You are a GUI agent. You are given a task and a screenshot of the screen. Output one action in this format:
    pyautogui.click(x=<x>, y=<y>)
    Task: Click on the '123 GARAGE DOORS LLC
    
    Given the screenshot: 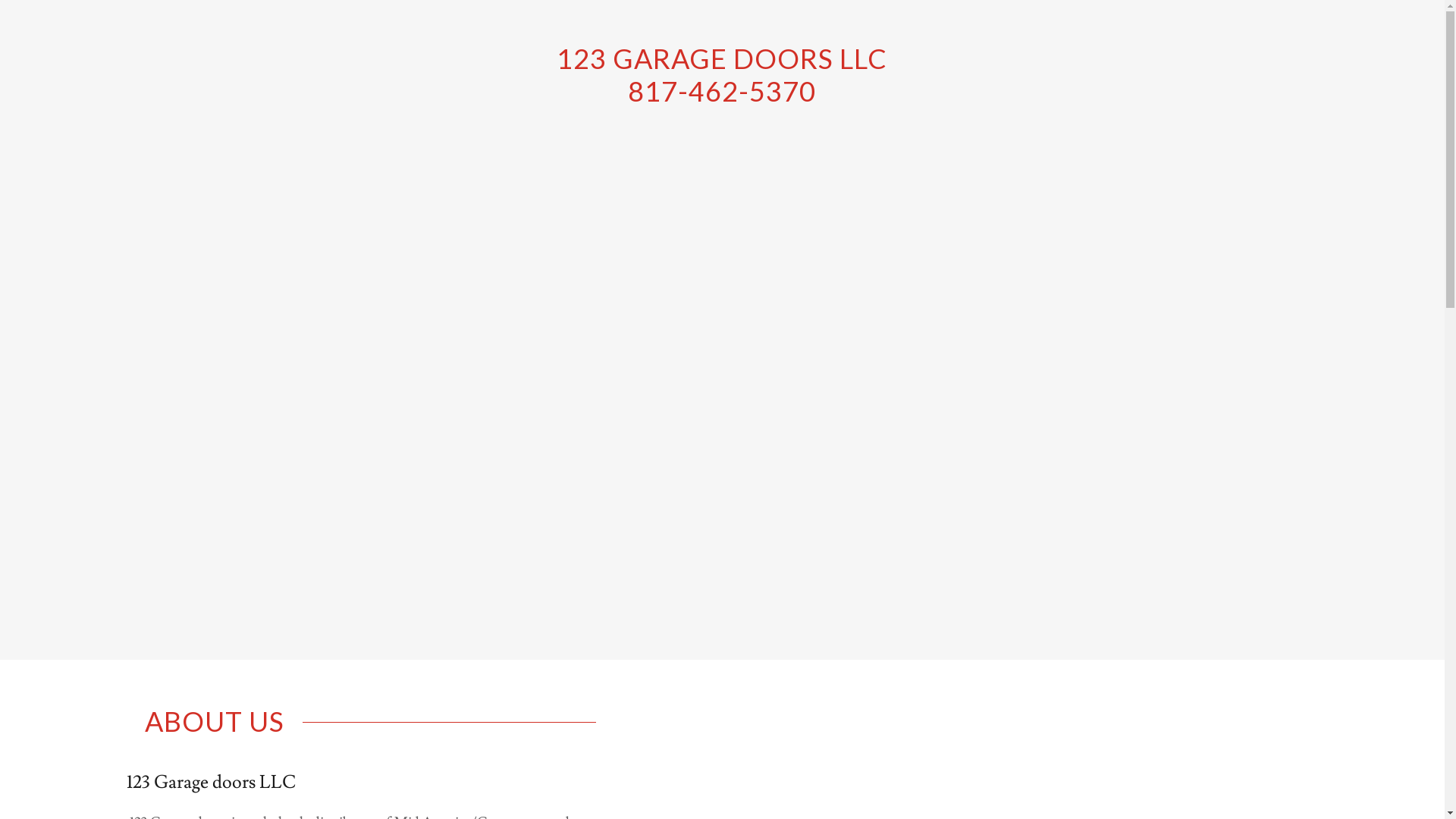 What is the action you would take?
    pyautogui.click(x=720, y=97)
    